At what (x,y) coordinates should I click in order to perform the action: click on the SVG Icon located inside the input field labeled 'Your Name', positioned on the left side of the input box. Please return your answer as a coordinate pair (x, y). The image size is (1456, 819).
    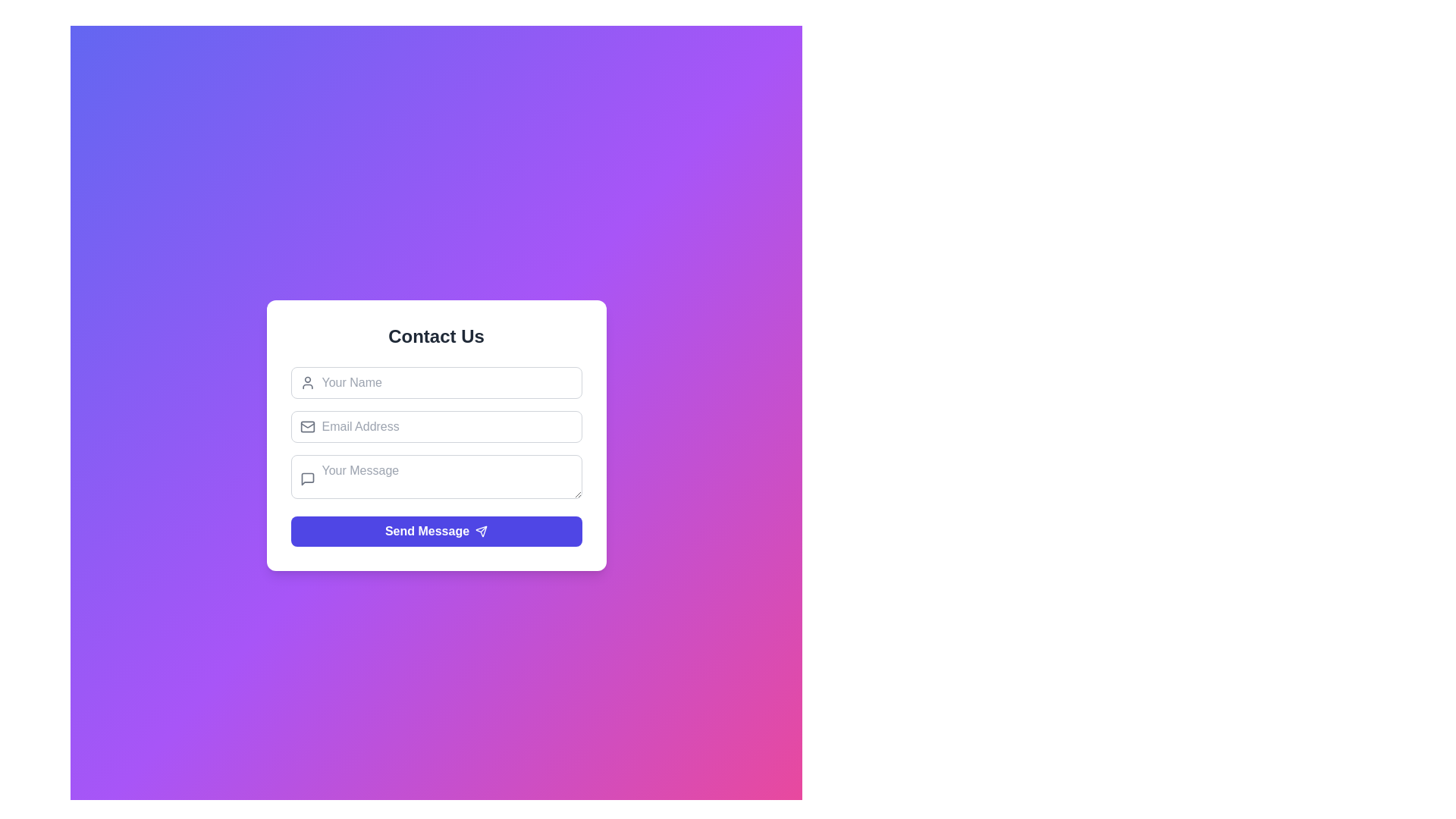
    Looking at the image, I should click on (306, 381).